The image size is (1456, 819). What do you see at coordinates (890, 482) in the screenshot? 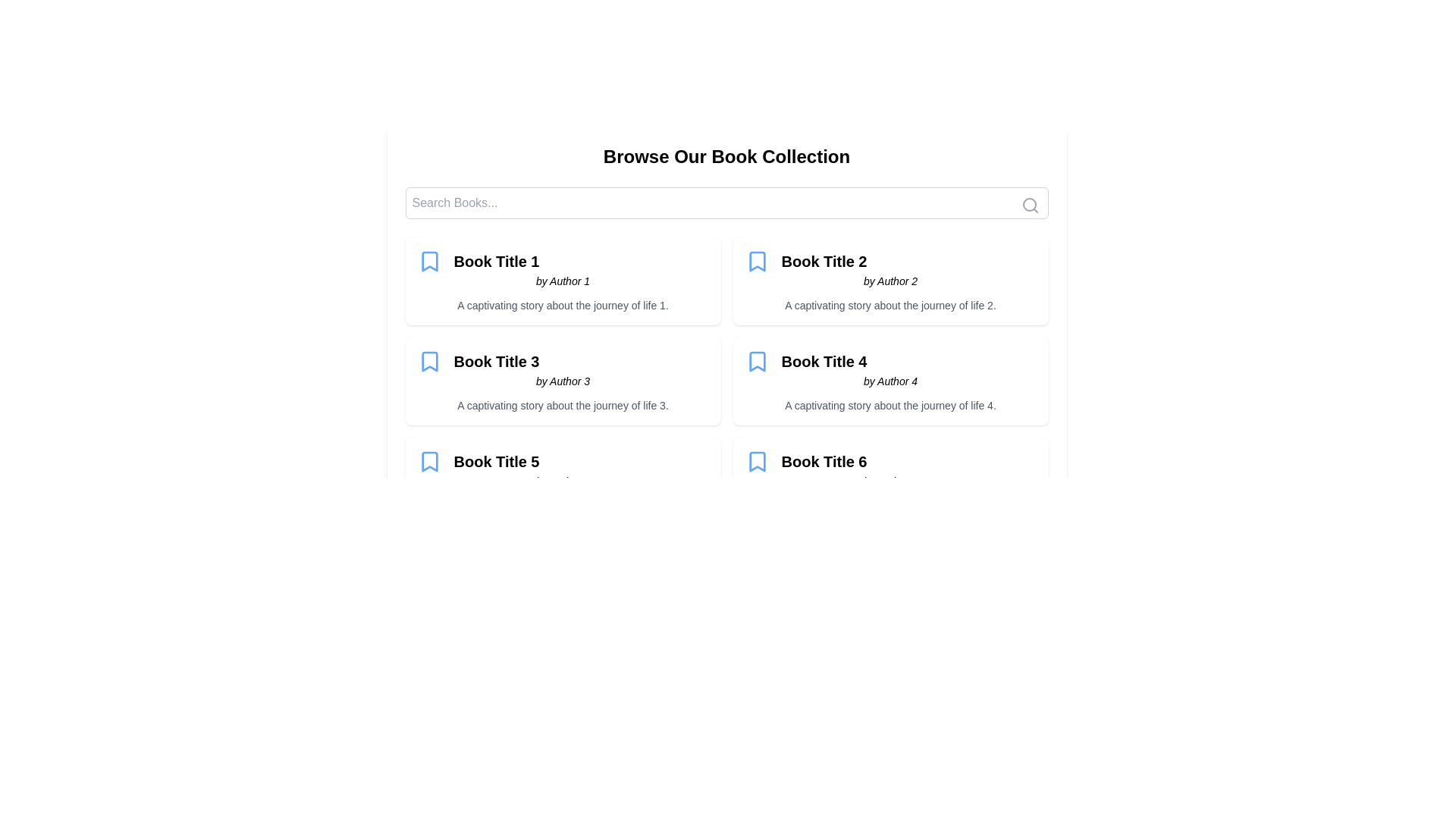
I see `the book entry card located in the second column and third row of the grid layout, below the 'Book Title 4' card` at bounding box center [890, 482].